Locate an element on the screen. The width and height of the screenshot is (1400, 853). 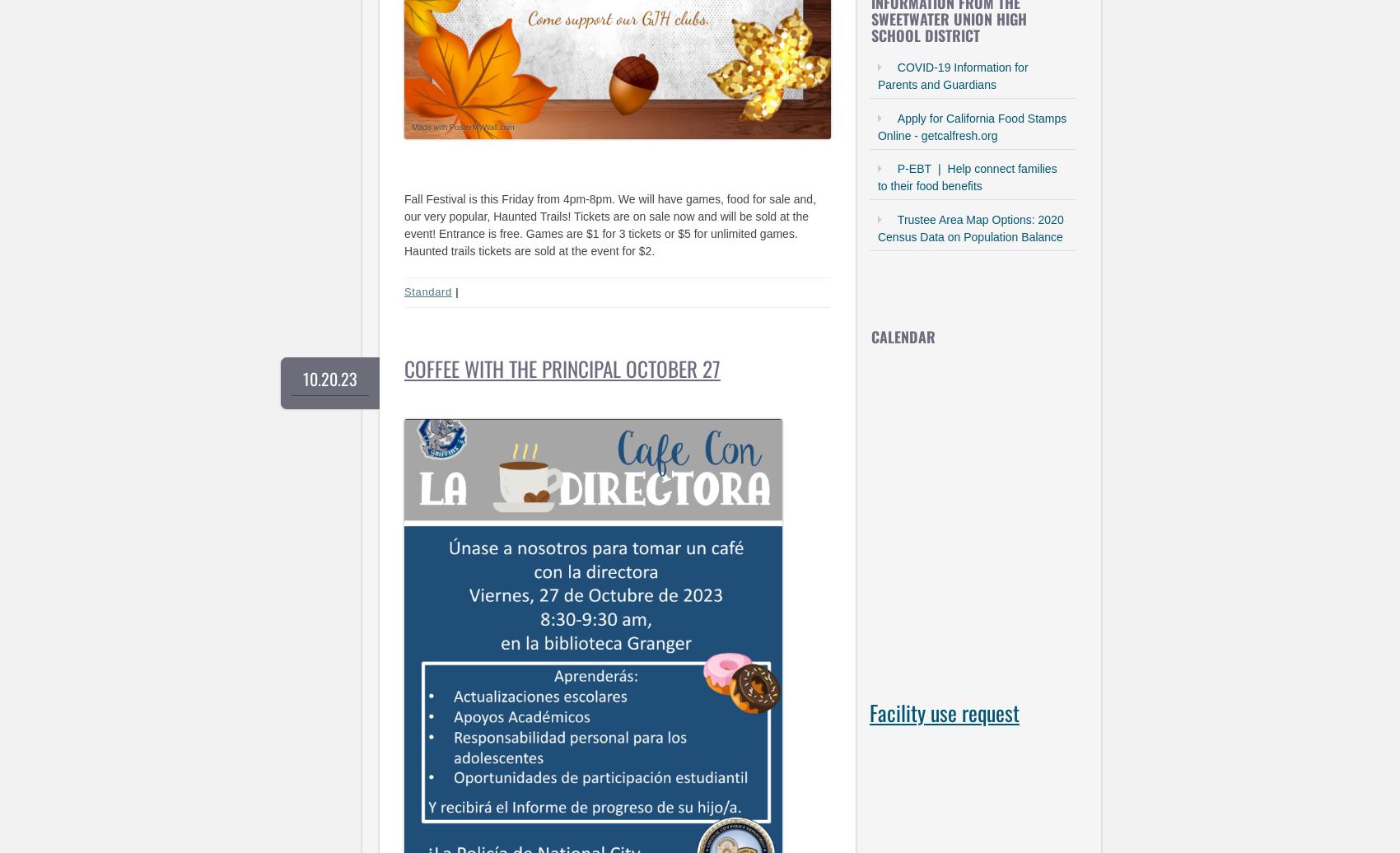
'COVID-19 Information for Parents and Guardians' is located at coordinates (952, 76).